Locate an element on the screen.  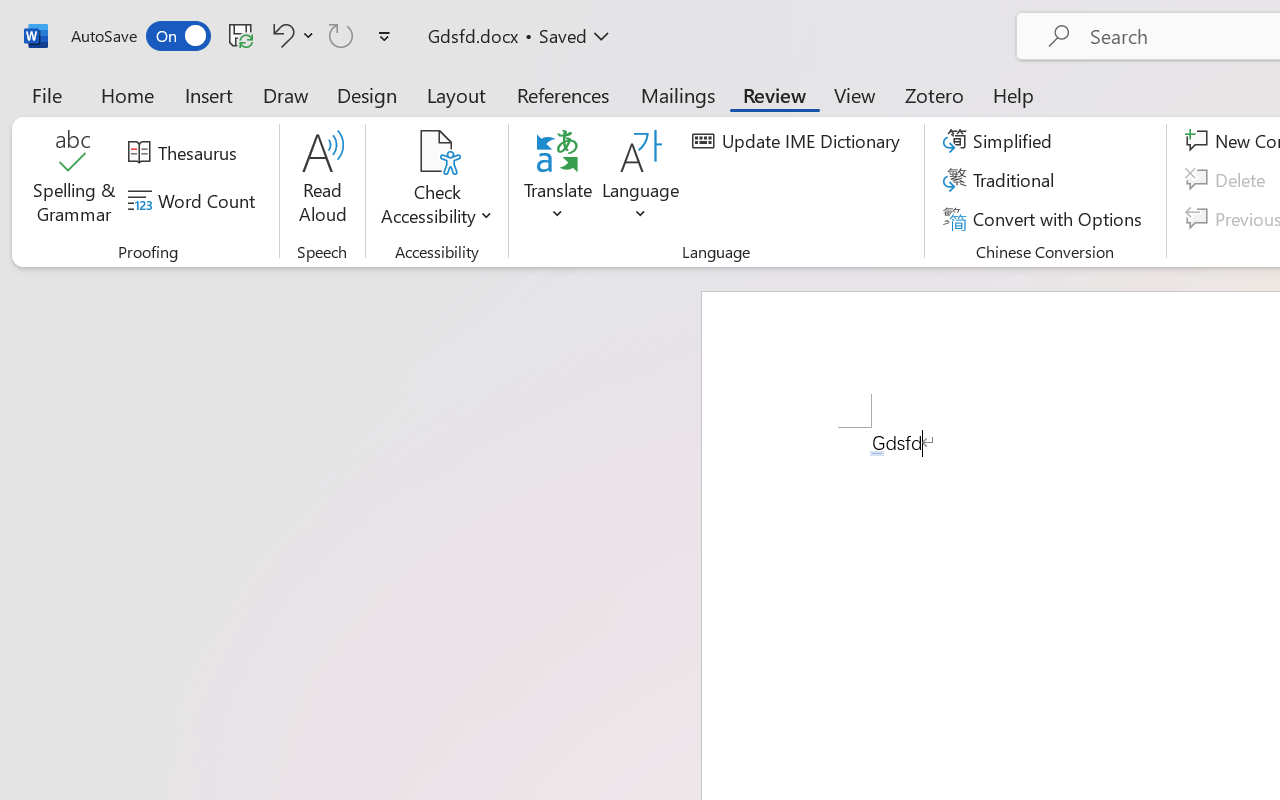
'Convert with Options...' is located at coordinates (1044, 218).